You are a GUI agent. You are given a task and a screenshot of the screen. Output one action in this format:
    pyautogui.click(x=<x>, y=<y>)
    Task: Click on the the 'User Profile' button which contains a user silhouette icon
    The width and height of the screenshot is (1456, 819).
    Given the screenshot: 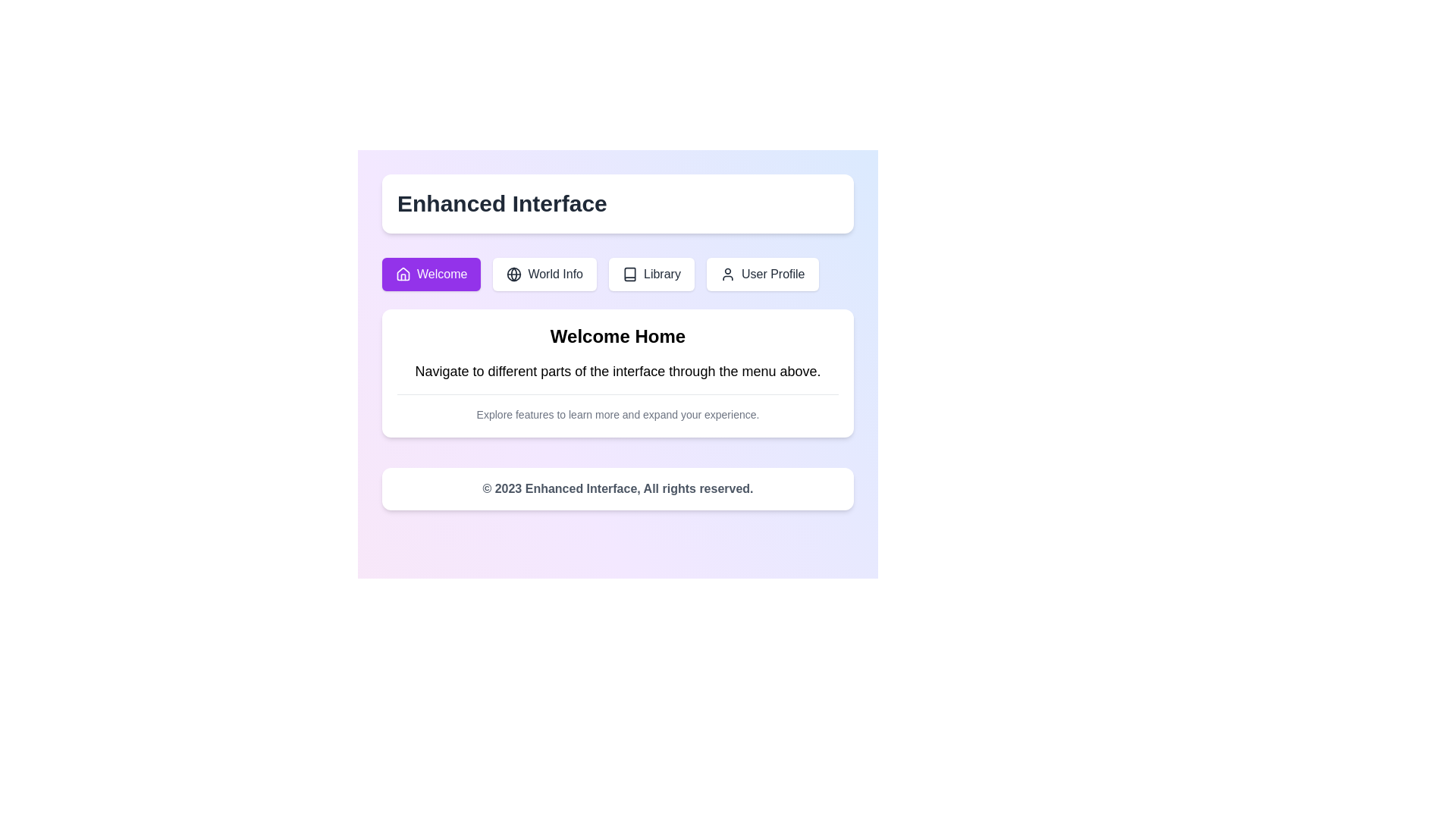 What is the action you would take?
    pyautogui.click(x=728, y=274)
    